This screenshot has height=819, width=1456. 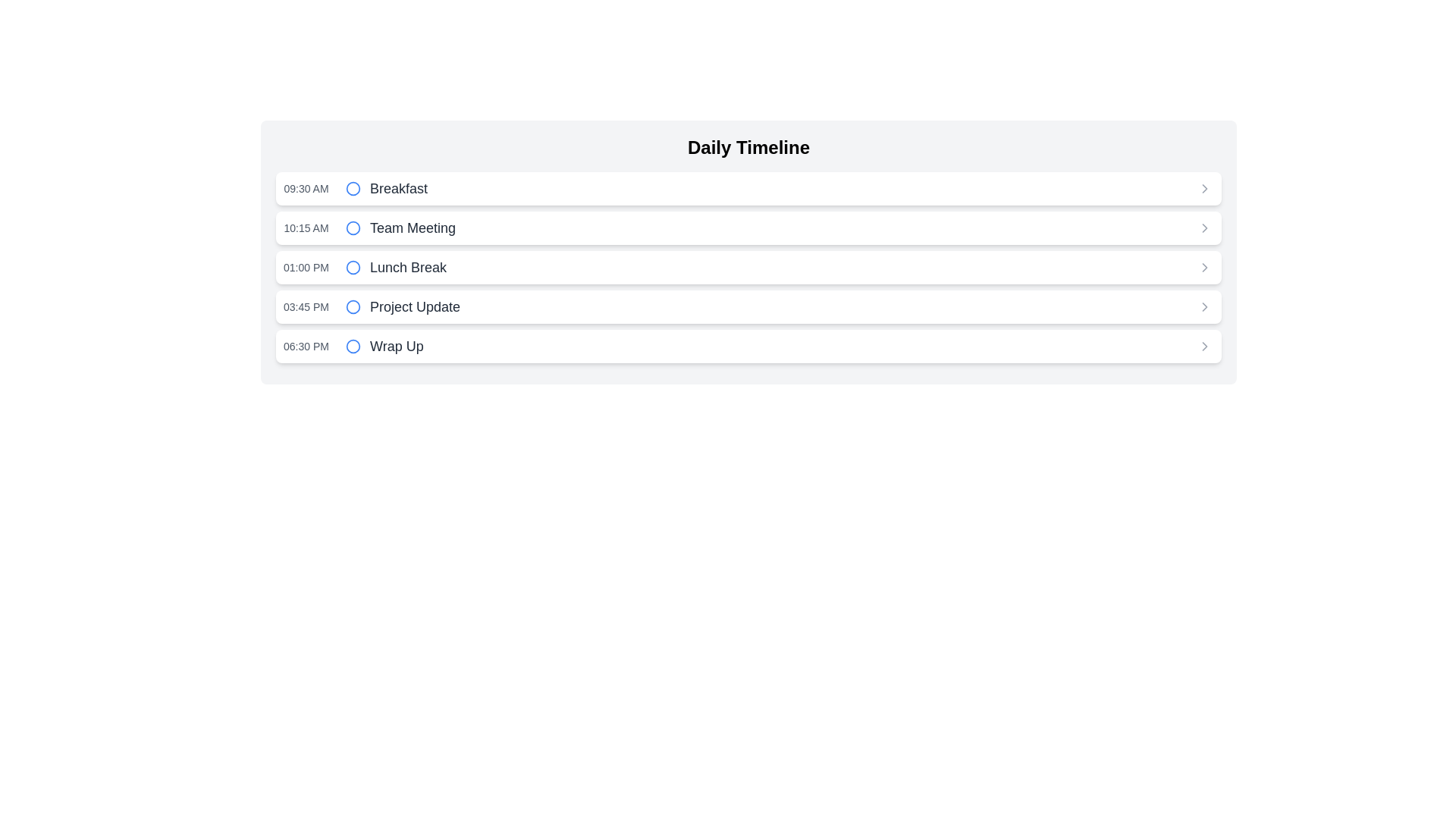 I want to click on the Circular Icon that indicates the 'Lunch Break' event in the daily timeline list, so click(x=352, y=267).